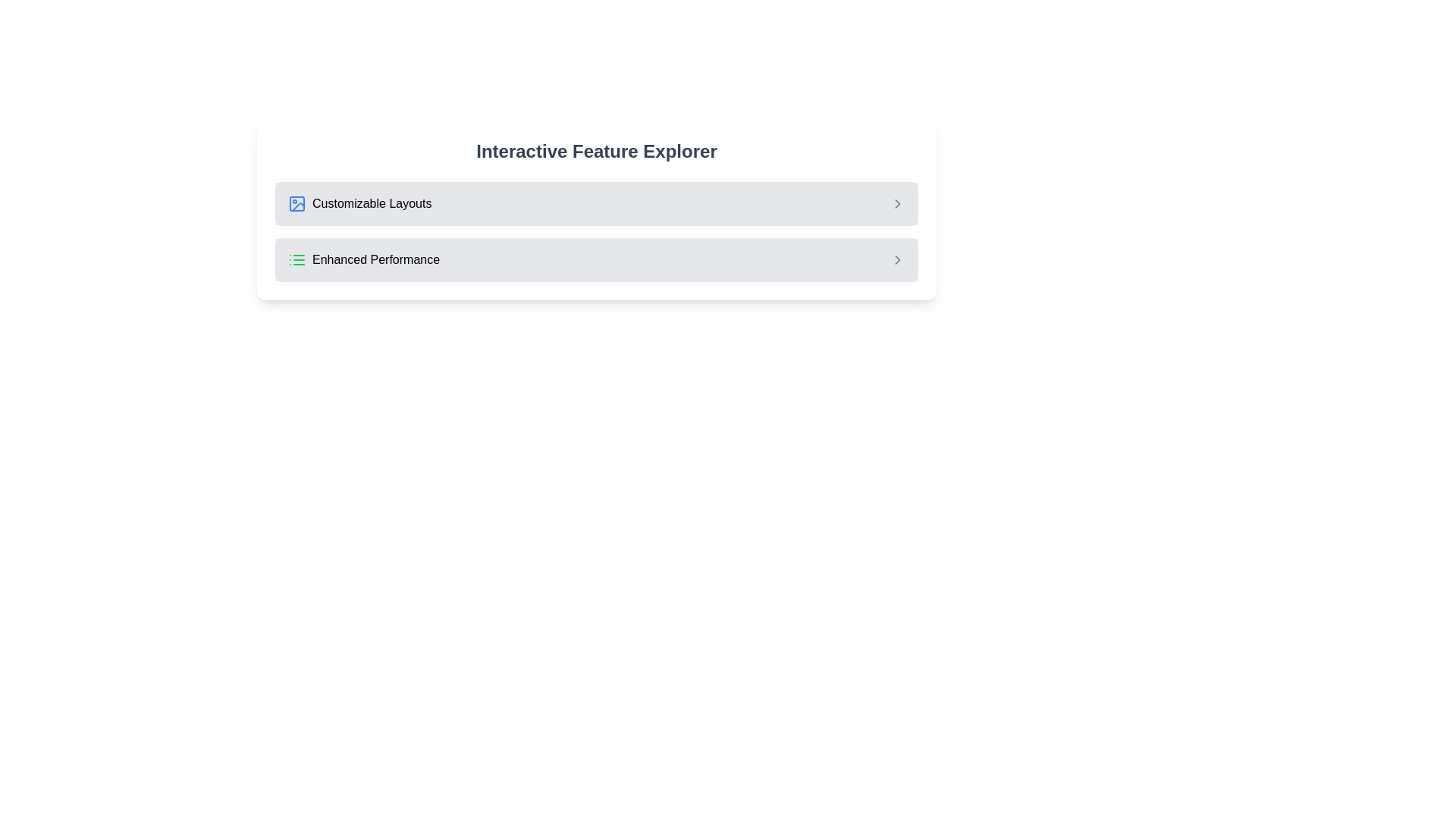 Image resolution: width=1456 pixels, height=819 pixels. I want to click on the right-pointing chevron icon located on the far-right side of the 'Enhanced Performance' row, so click(898, 259).